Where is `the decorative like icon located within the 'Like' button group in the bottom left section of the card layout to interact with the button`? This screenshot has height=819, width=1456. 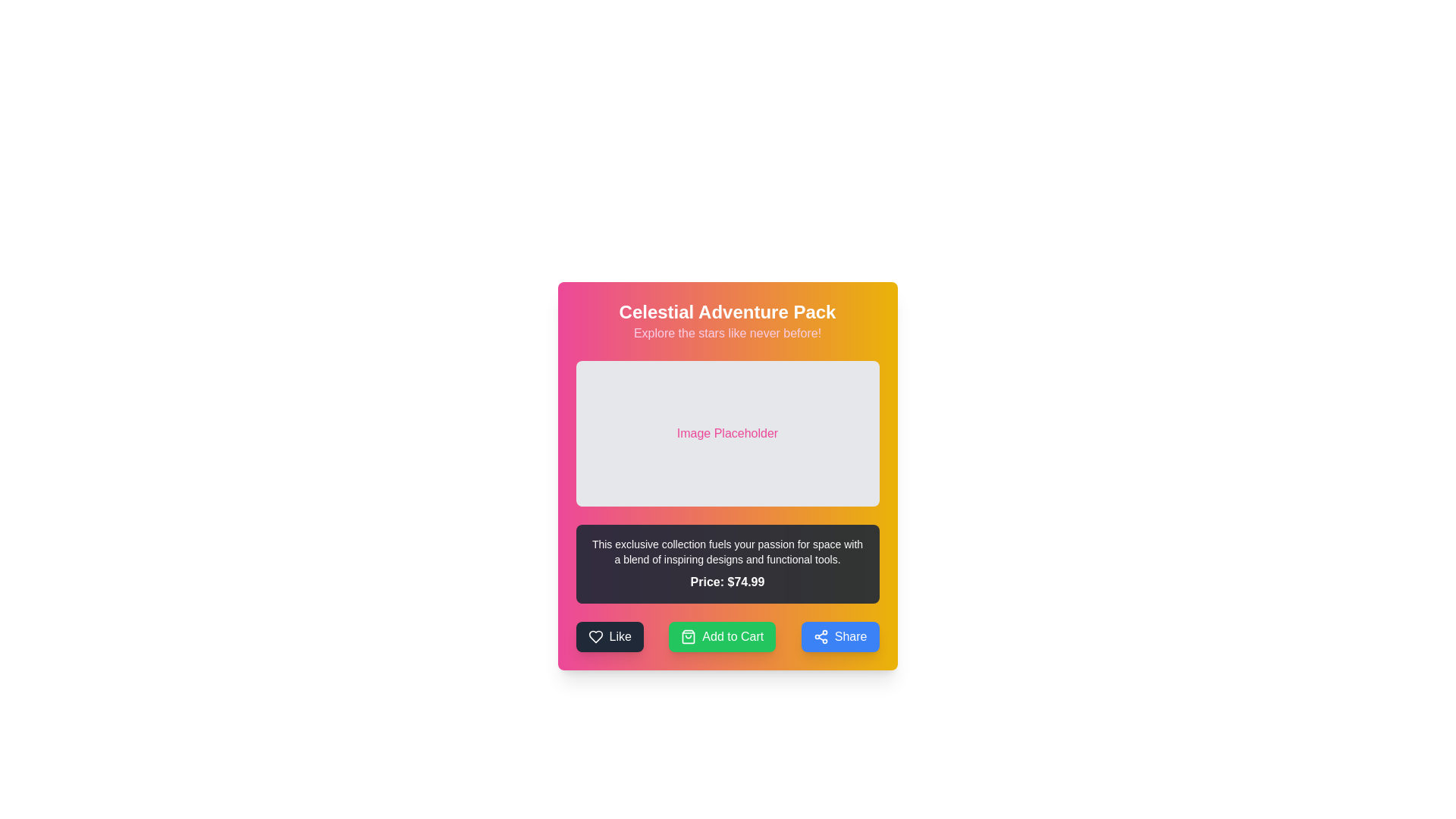
the decorative like icon located within the 'Like' button group in the bottom left section of the card layout to interact with the button is located at coordinates (595, 637).